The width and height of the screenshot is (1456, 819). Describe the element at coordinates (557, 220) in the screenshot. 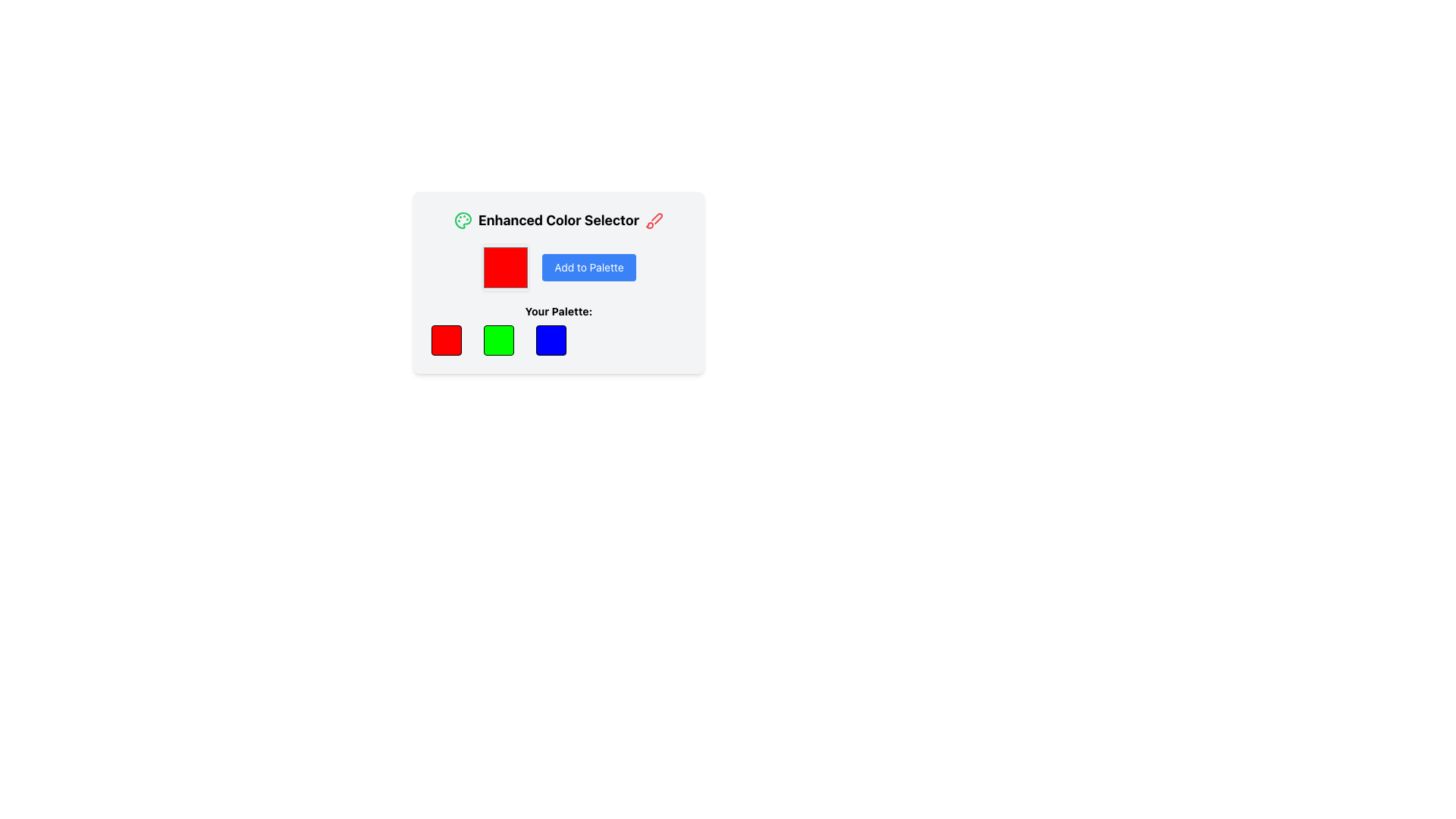

I see `the text label displaying 'Enhanced Color Selector', which is prominently located at the top of the color selection interface` at that location.